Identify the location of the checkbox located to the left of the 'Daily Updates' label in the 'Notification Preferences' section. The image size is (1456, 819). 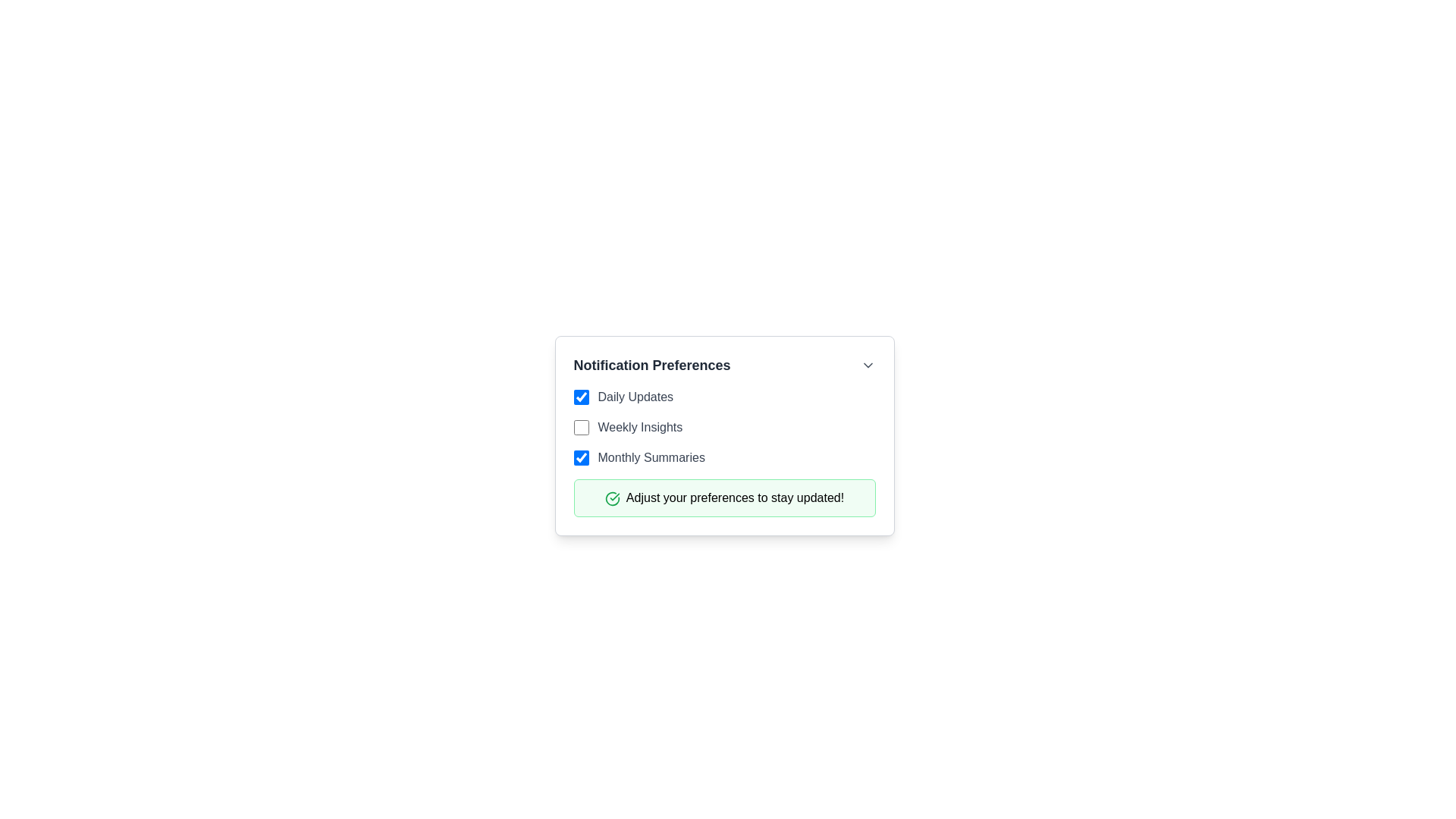
(580, 397).